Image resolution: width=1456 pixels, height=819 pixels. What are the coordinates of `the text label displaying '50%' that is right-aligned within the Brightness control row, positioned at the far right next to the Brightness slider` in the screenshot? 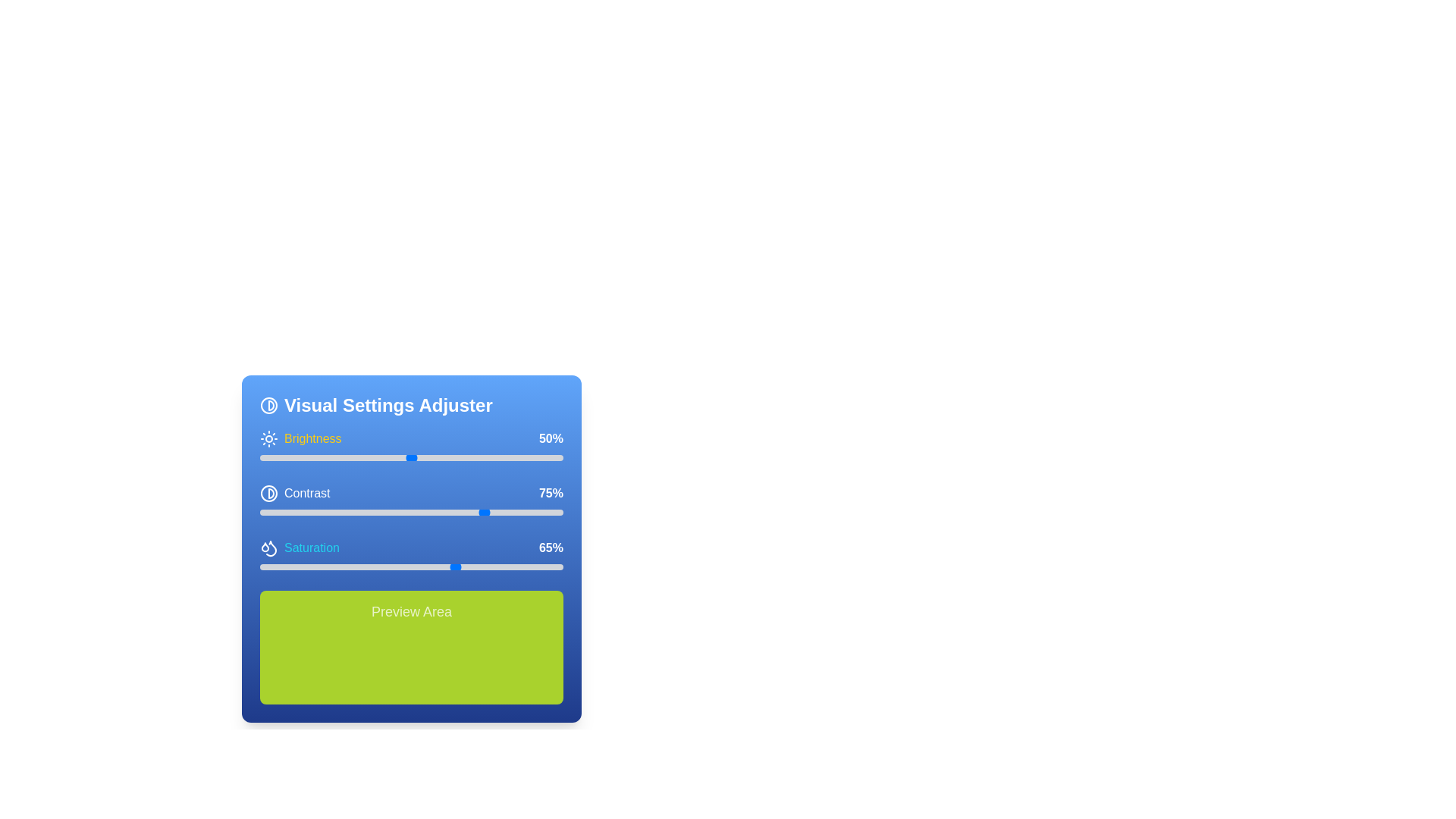 It's located at (548, 438).